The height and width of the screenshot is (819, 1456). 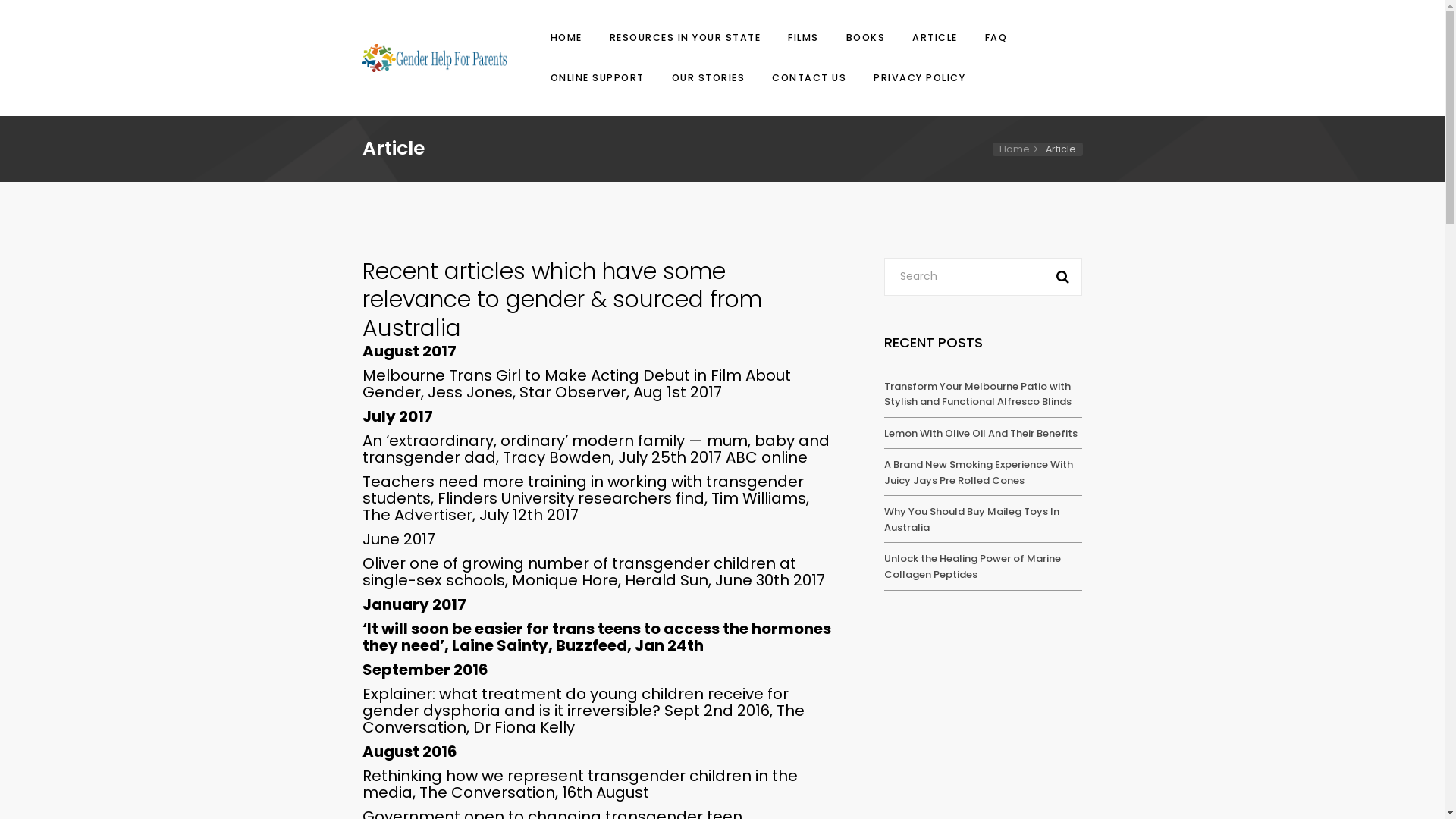 What do you see at coordinates (707, 77) in the screenshot?
I see `'OUR STORIES'` at bounding box center [707, 77].